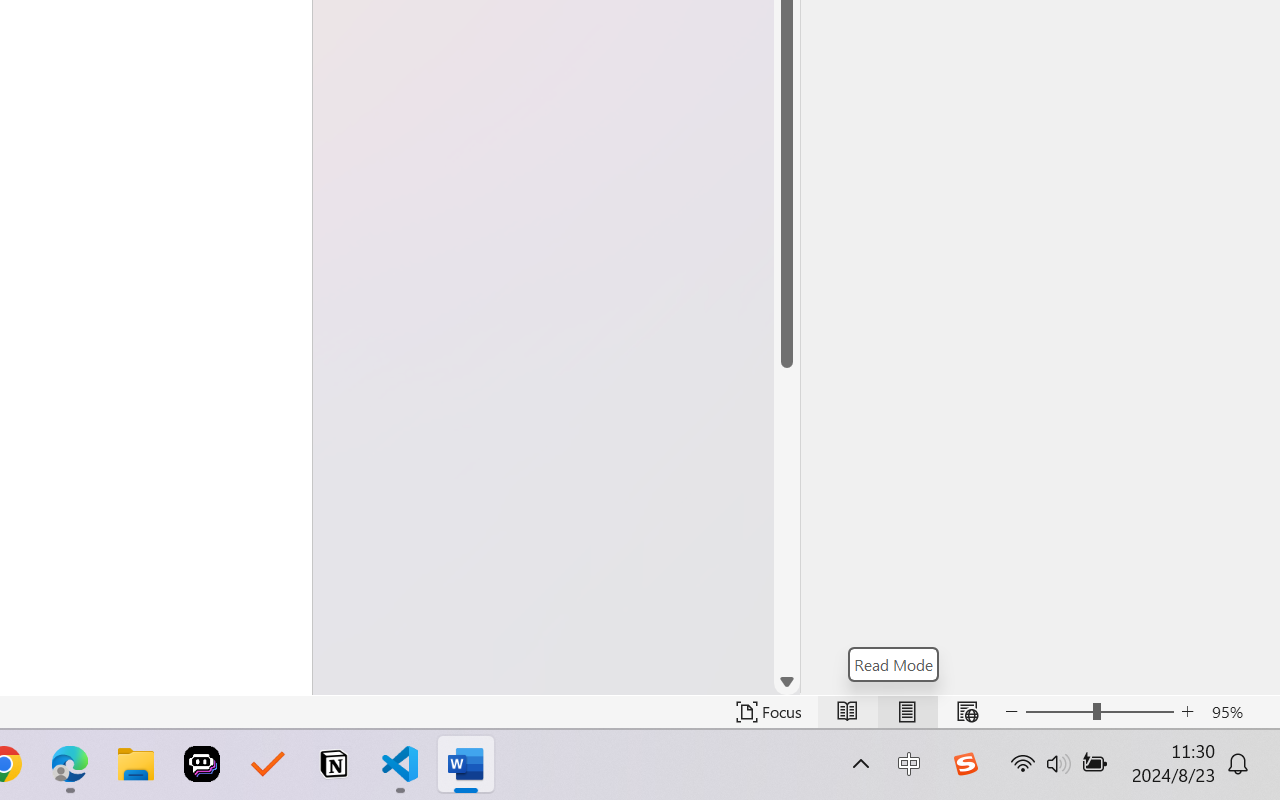  I want to click on 'Line down', so click(786, 682).